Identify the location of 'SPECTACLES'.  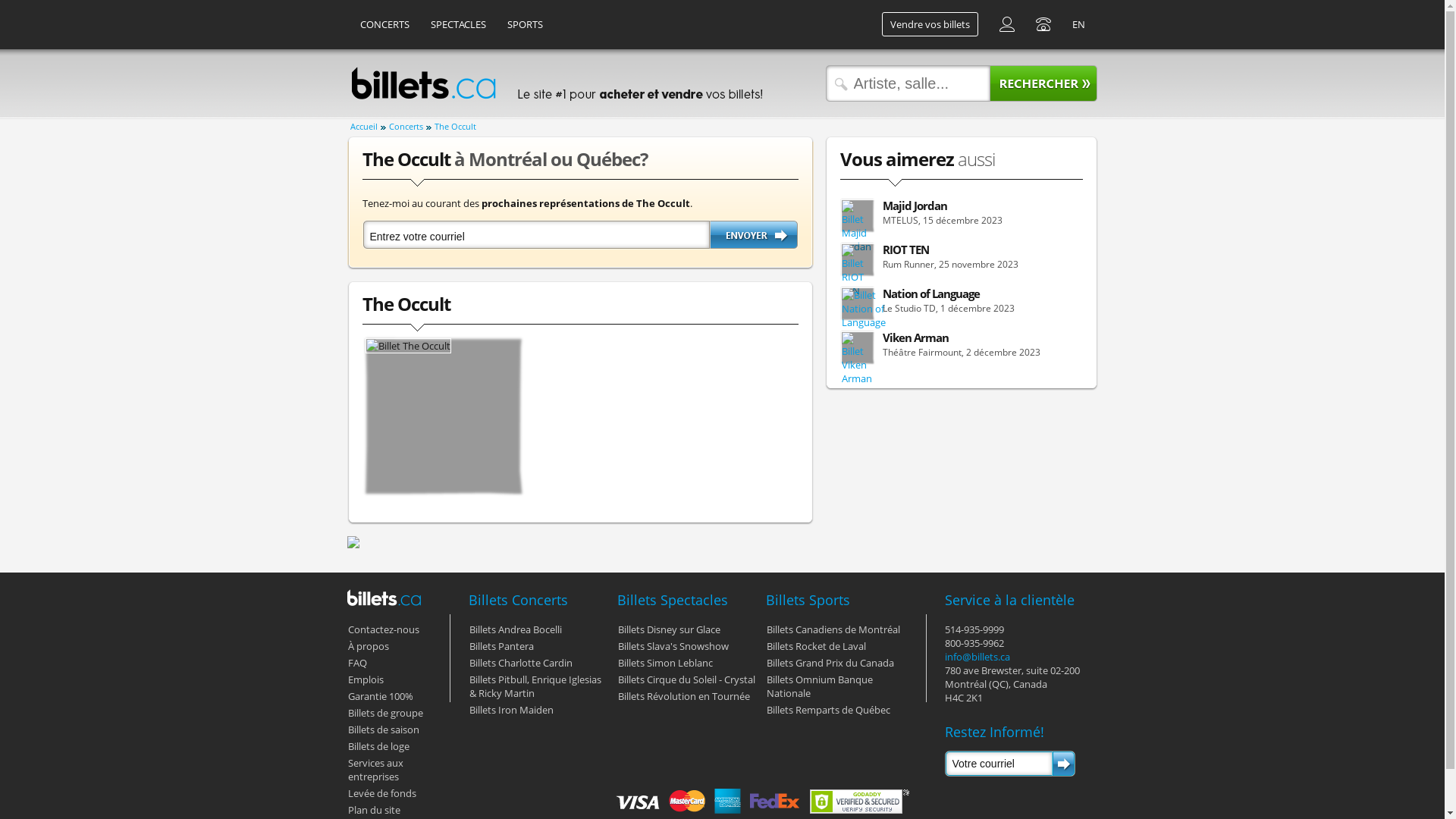
(457, 24).